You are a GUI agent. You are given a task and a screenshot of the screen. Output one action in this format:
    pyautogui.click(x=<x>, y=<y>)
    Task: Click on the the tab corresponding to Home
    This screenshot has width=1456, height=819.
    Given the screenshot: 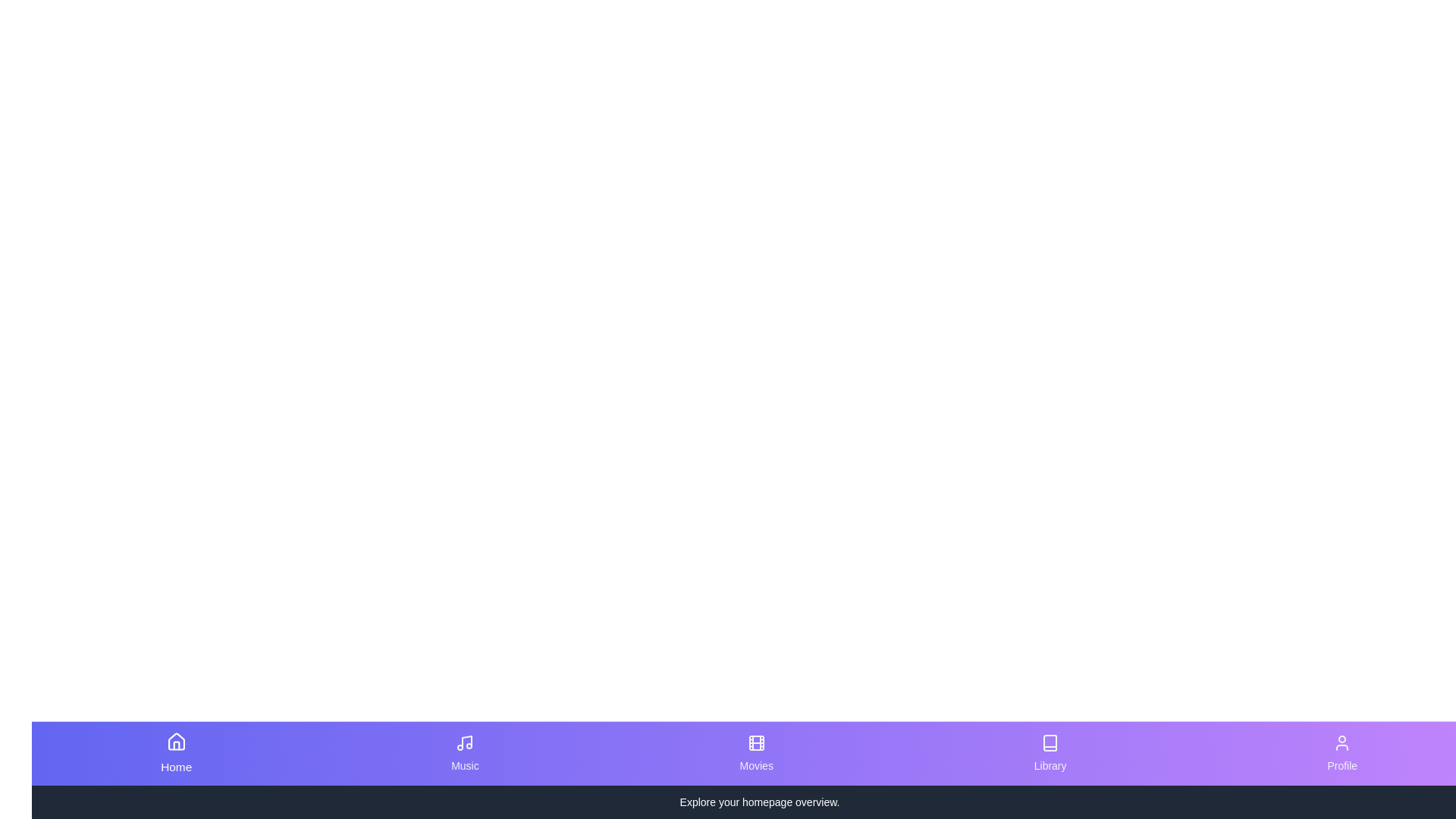 What is the action you would take?
    pyautogui.click(x=175, y=754)
    